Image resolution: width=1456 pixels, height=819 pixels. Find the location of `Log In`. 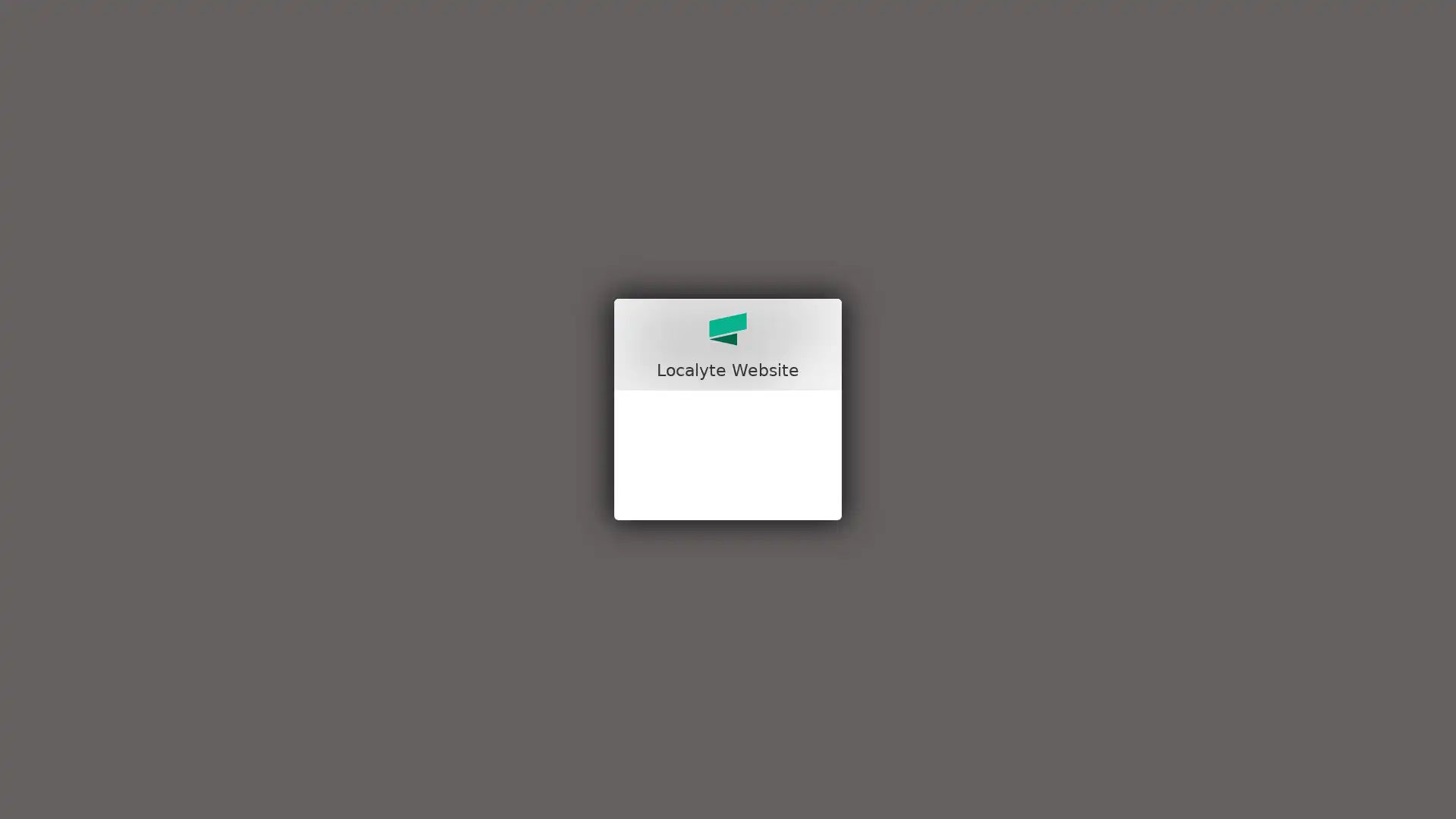

Log In is located at coordinates (728, 539).